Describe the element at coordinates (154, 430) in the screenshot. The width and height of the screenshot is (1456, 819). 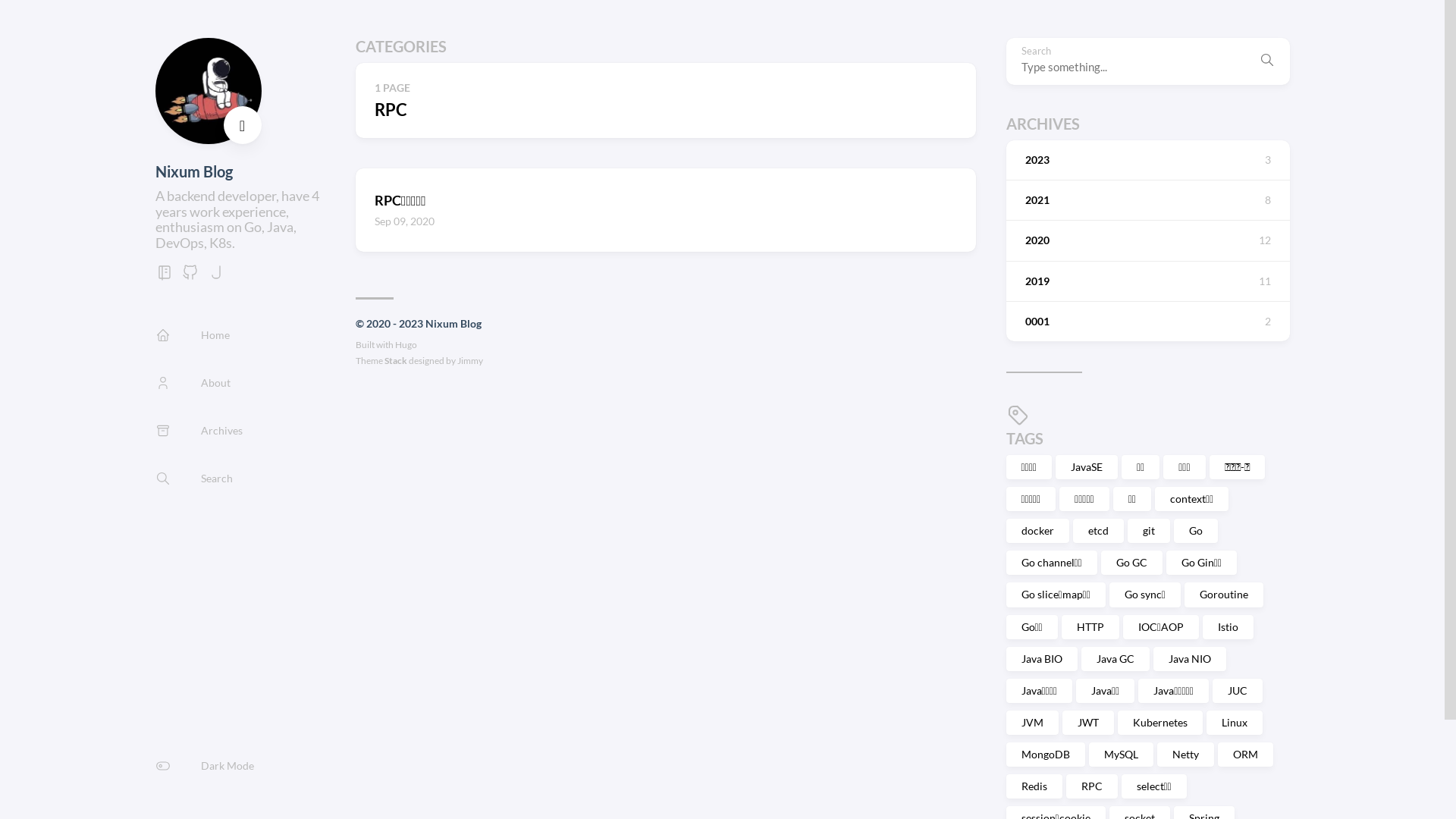
I see `'Archives'` at that location.